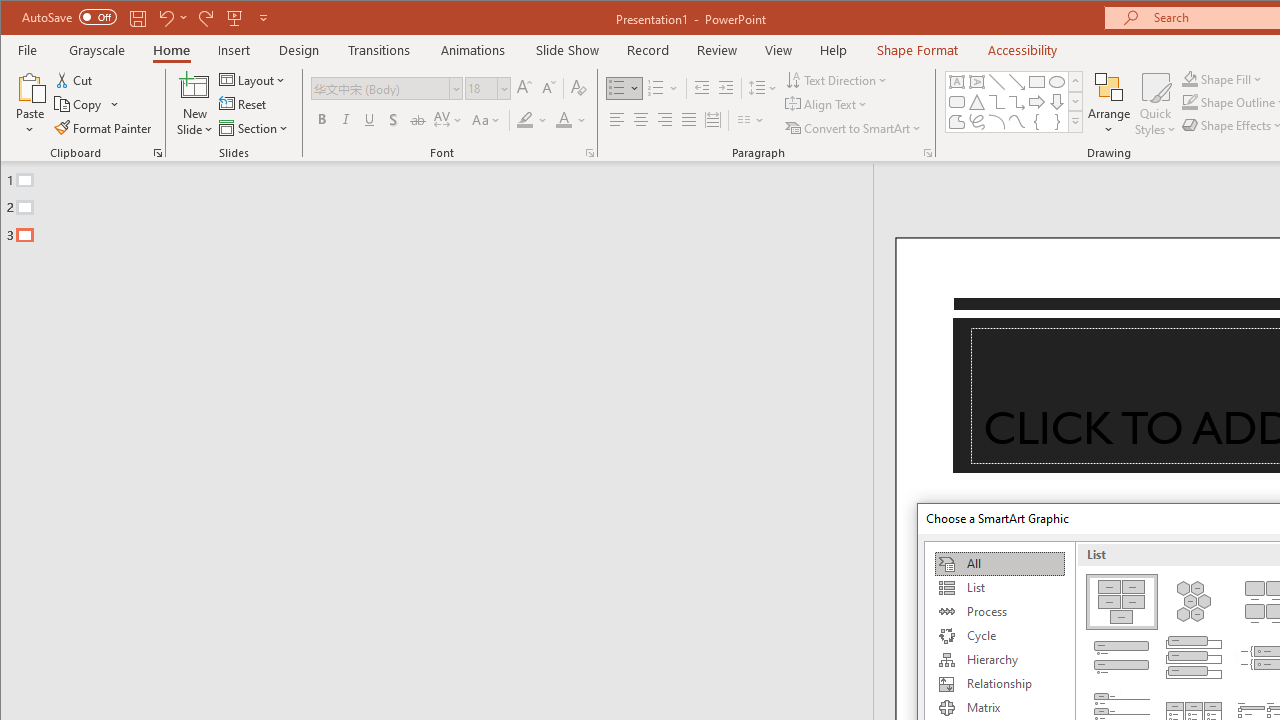 This screenshot has height=720, width=1280. What do you see at coordinates (157, 152) in the screenshot?
I see `'Office Clipboard...'` at bounding box center [157, 152].